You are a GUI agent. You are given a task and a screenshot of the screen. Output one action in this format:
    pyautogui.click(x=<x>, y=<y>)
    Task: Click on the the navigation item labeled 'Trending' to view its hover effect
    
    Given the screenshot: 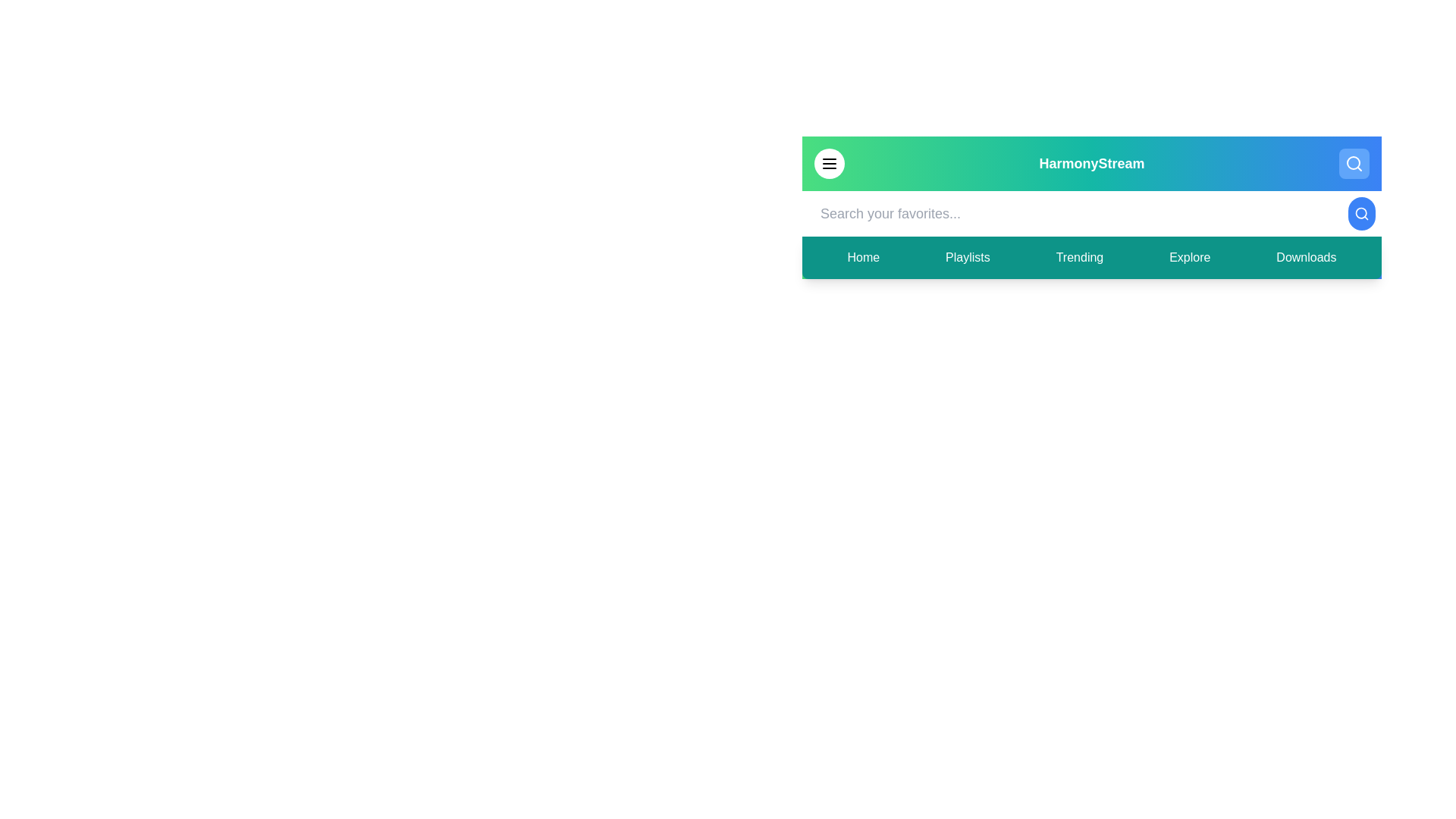 What is the action you would take?
    pyautogui.click(x=1079, y=256)
    